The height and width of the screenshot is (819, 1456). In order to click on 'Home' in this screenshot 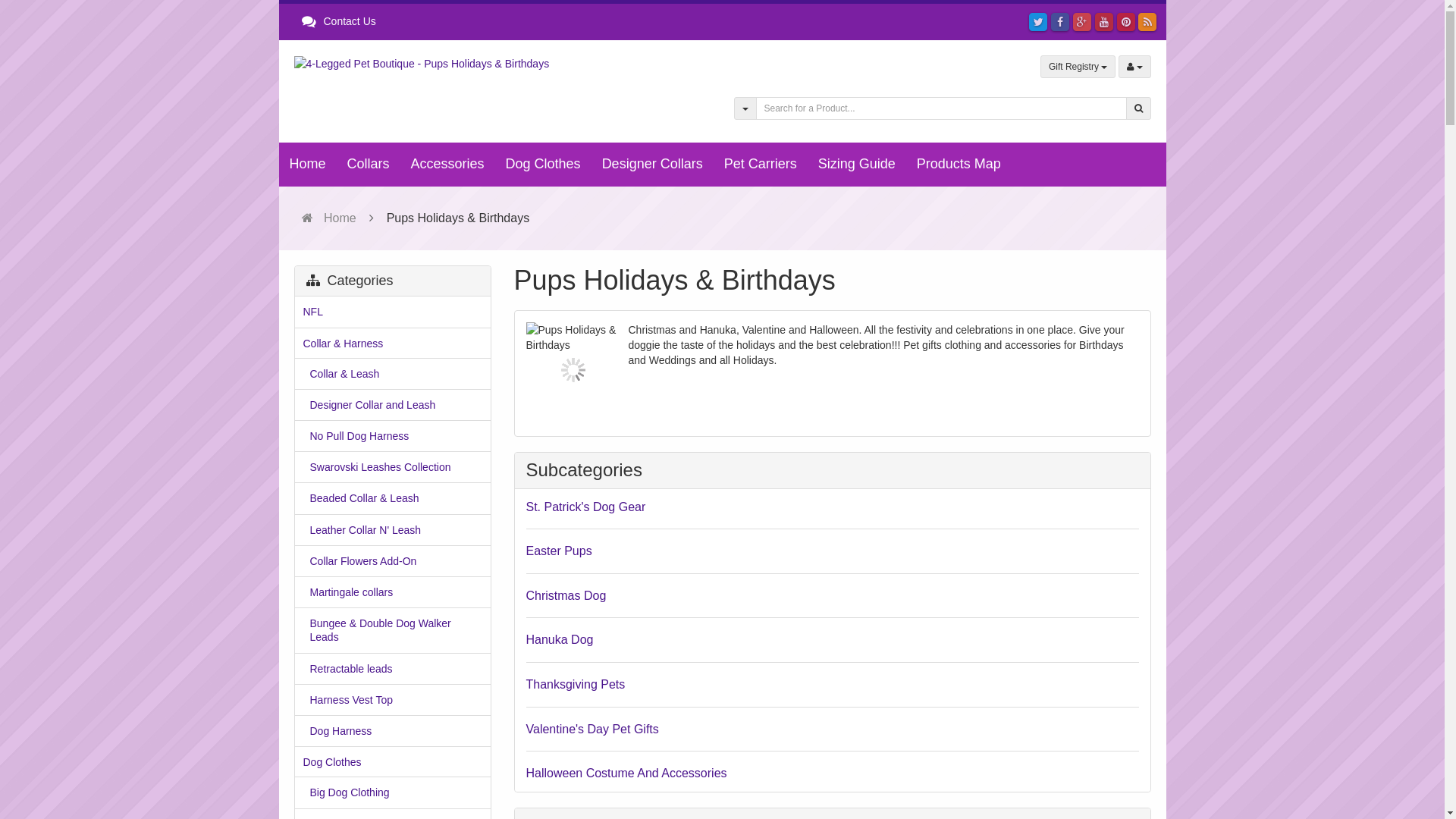, I will do `click(307, 164)`.